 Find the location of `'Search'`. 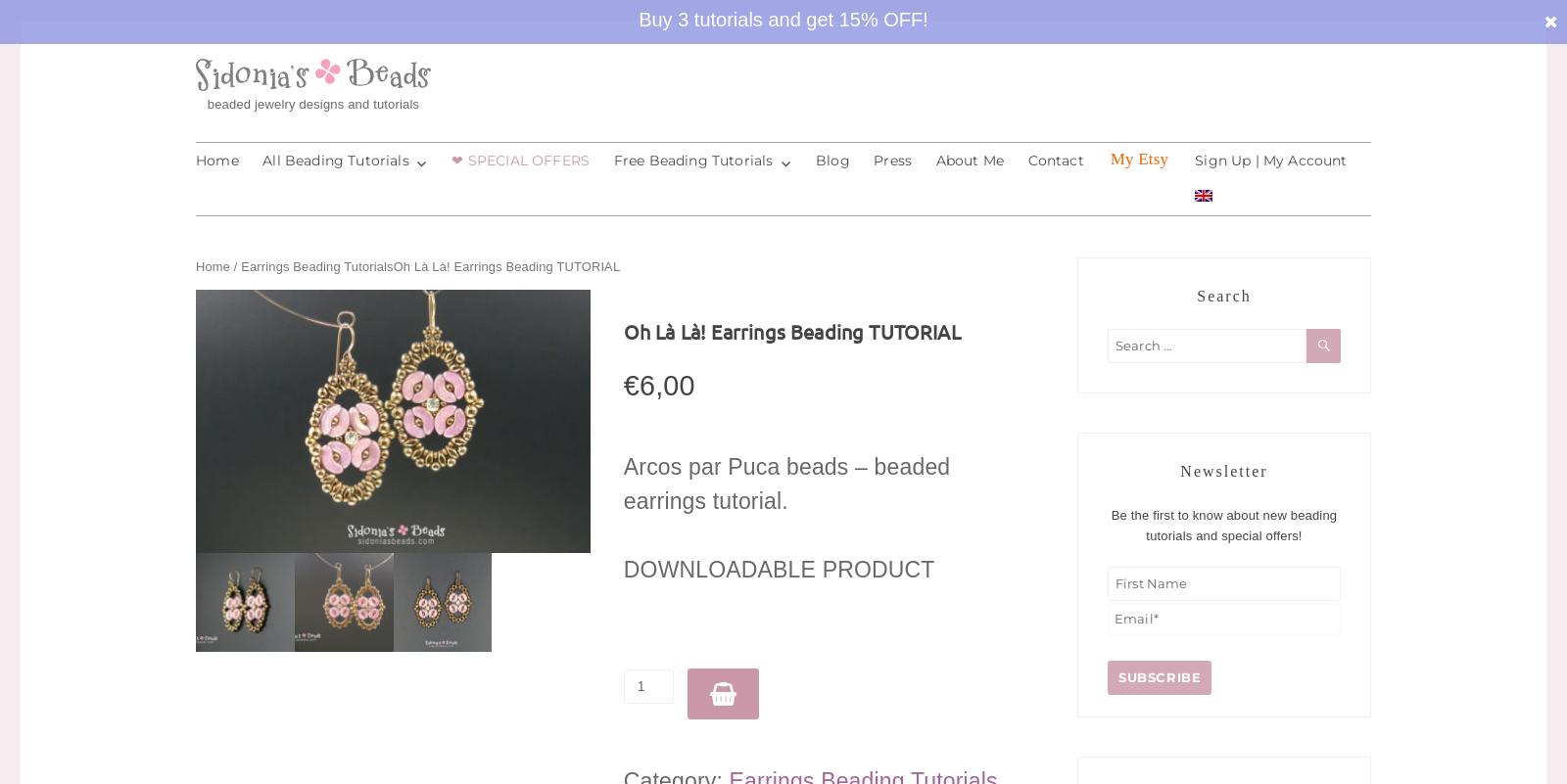

'Search' is located at coordinates (1222, 295).